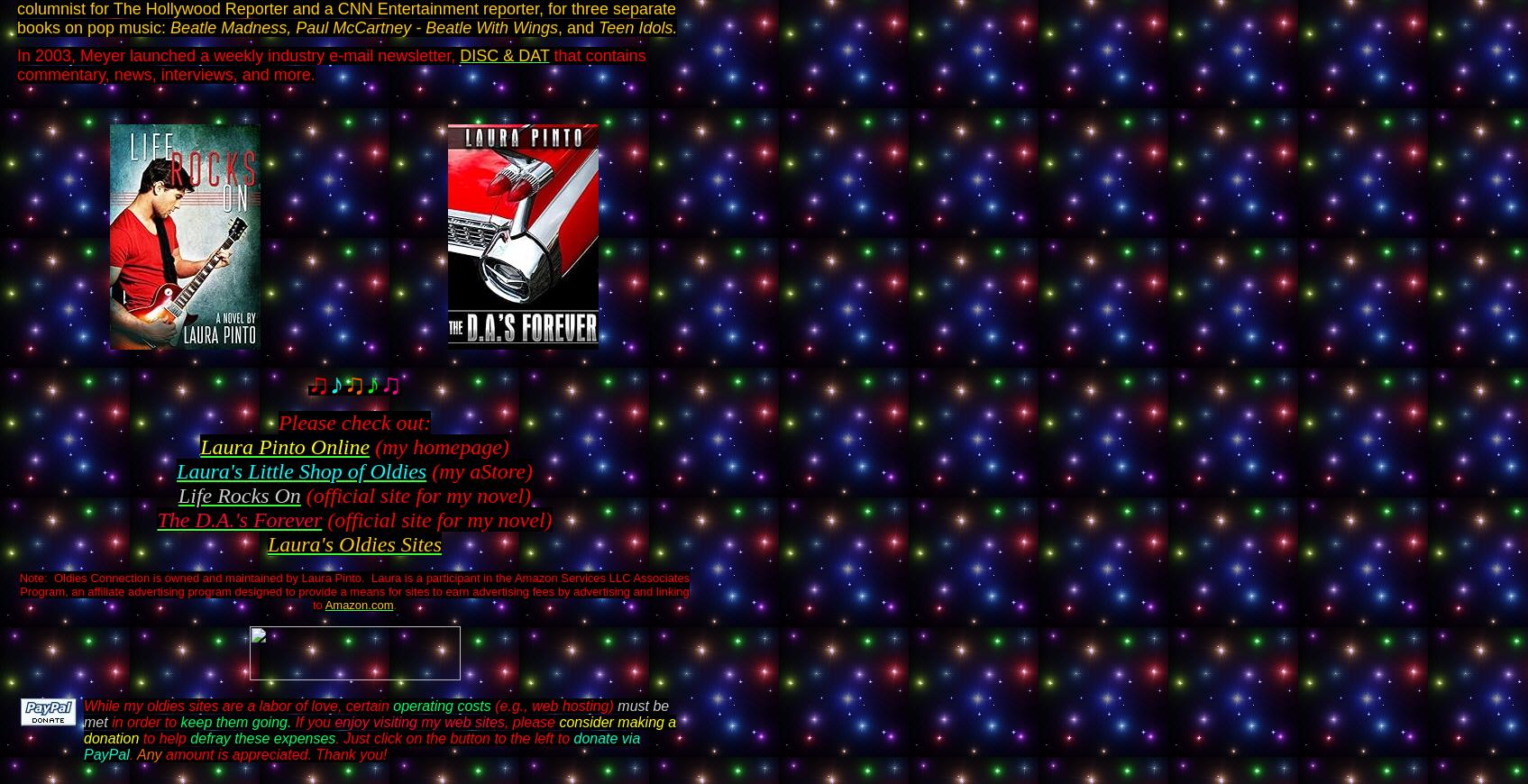 Image resolution: width=1528 pixels, height=784 pixels. I want to click on 'Laura Pinto Online', so click(284, 445).